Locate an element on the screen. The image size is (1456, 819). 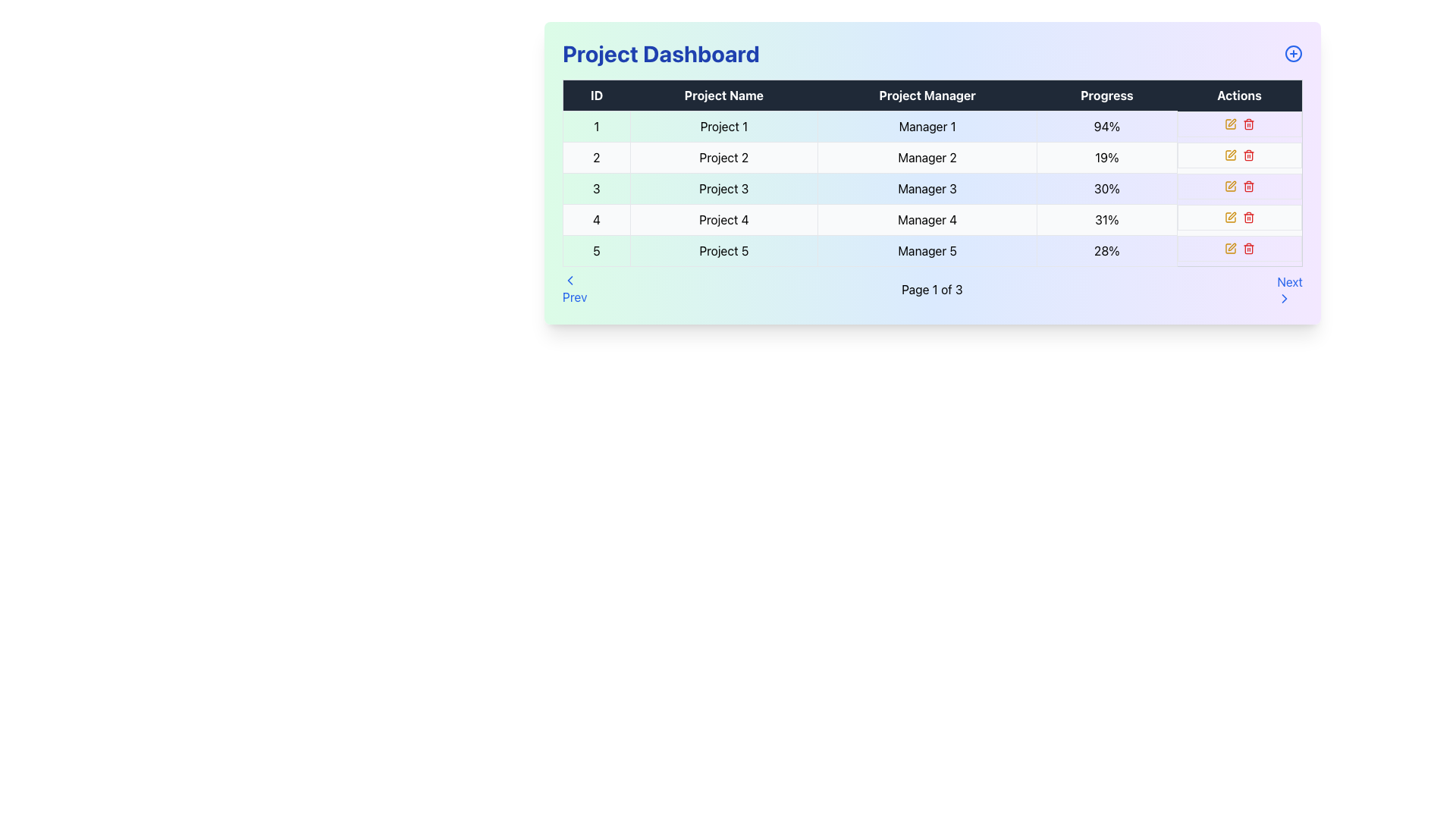
the trash icon button in the last column of the table corresponding to 'Project 3' is located at coordinates (1248, 186).